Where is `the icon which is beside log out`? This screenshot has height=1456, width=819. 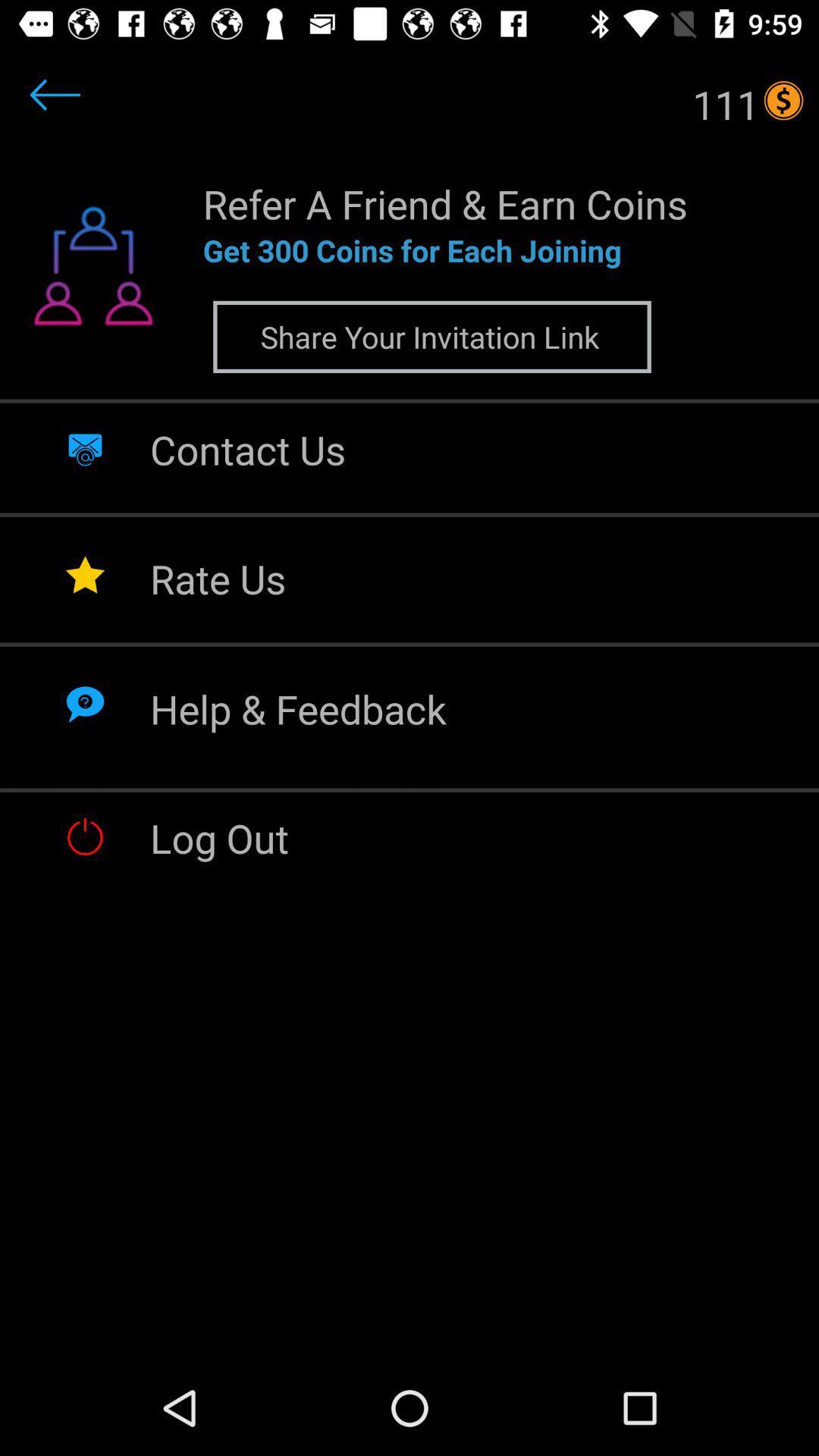 the icon which is beside log out is located at coordinates (85, 836).